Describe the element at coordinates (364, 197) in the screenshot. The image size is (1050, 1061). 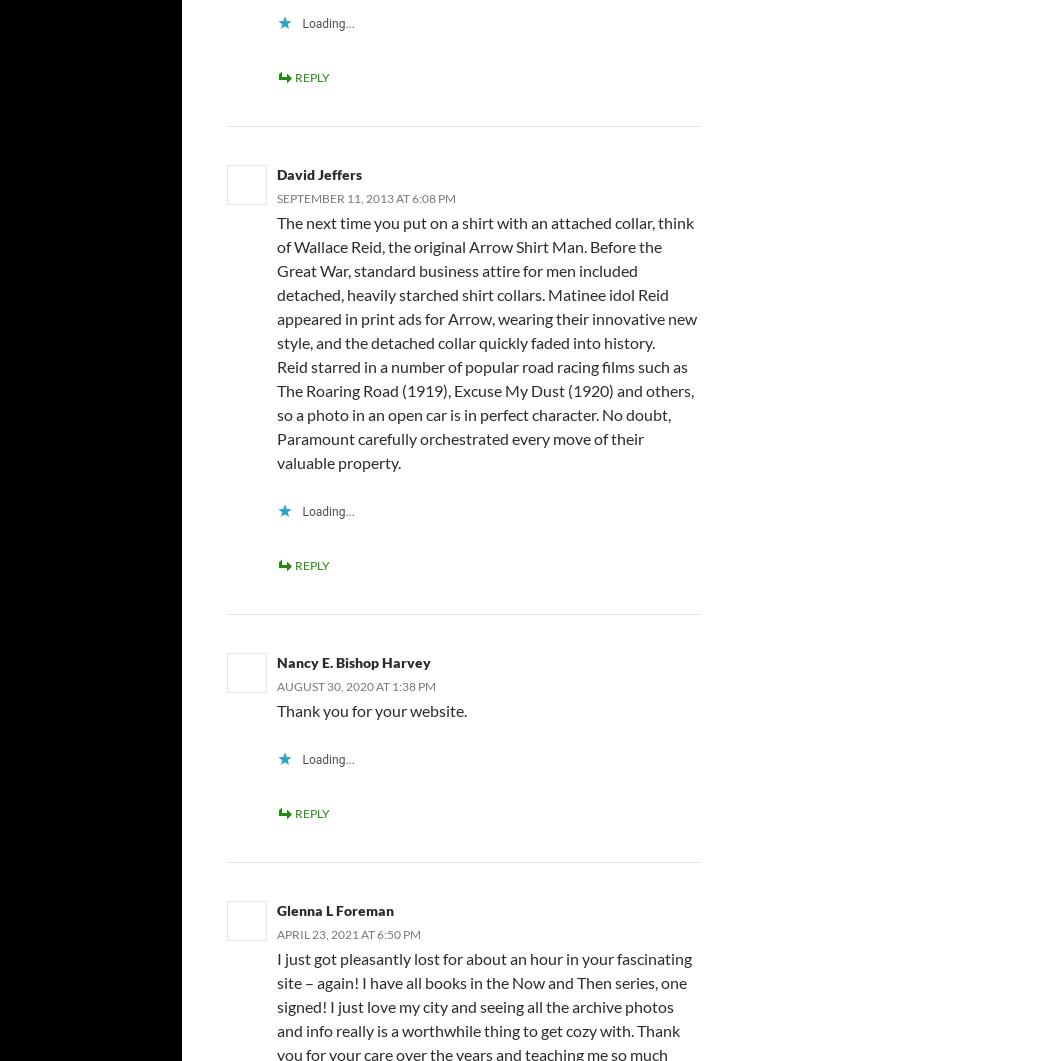
I see `'September 11, 2013 at 6:08 pm'` at that location.